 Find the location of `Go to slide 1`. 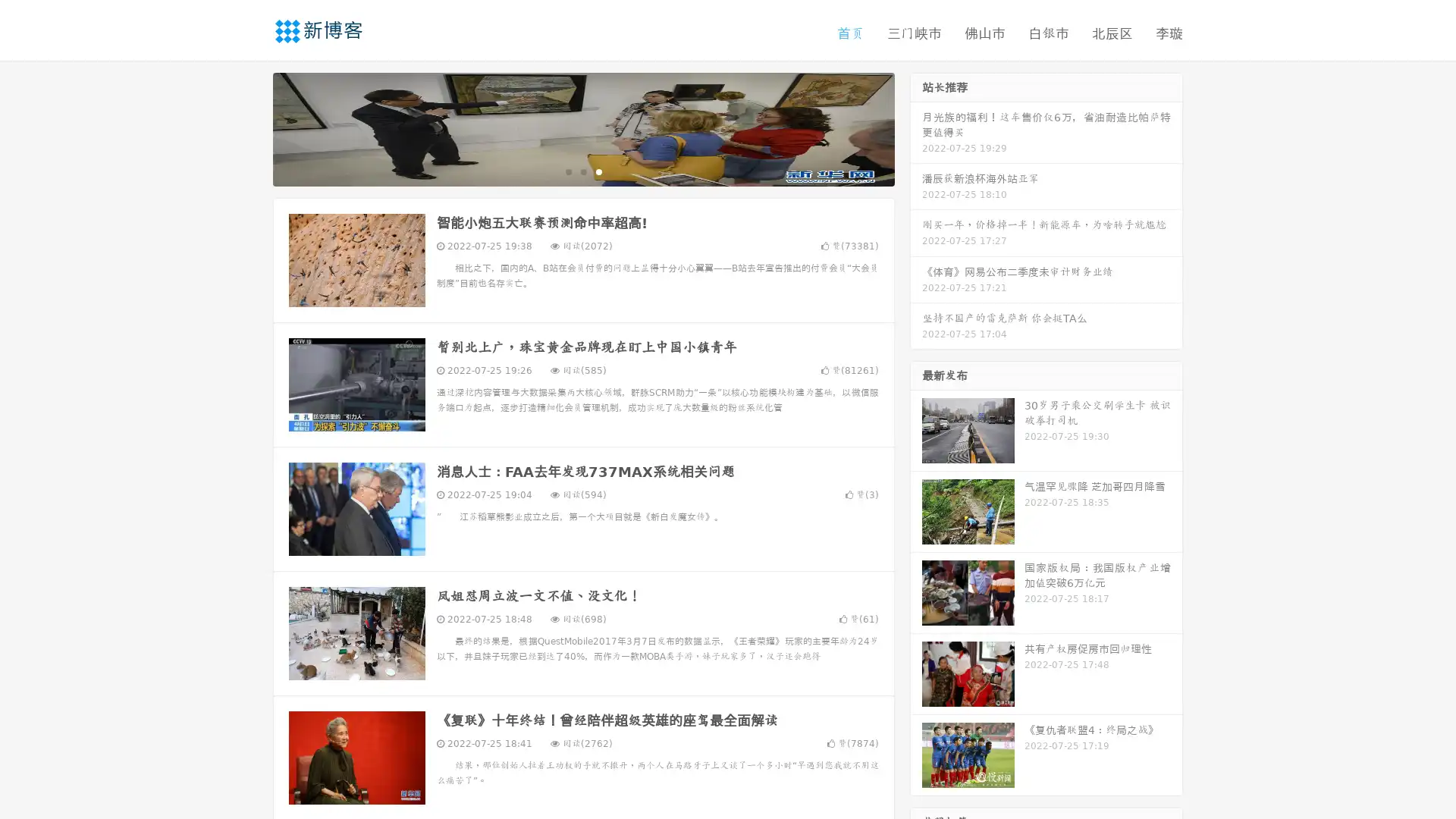

Go to slide 1 is located at coordinates (567, 171).